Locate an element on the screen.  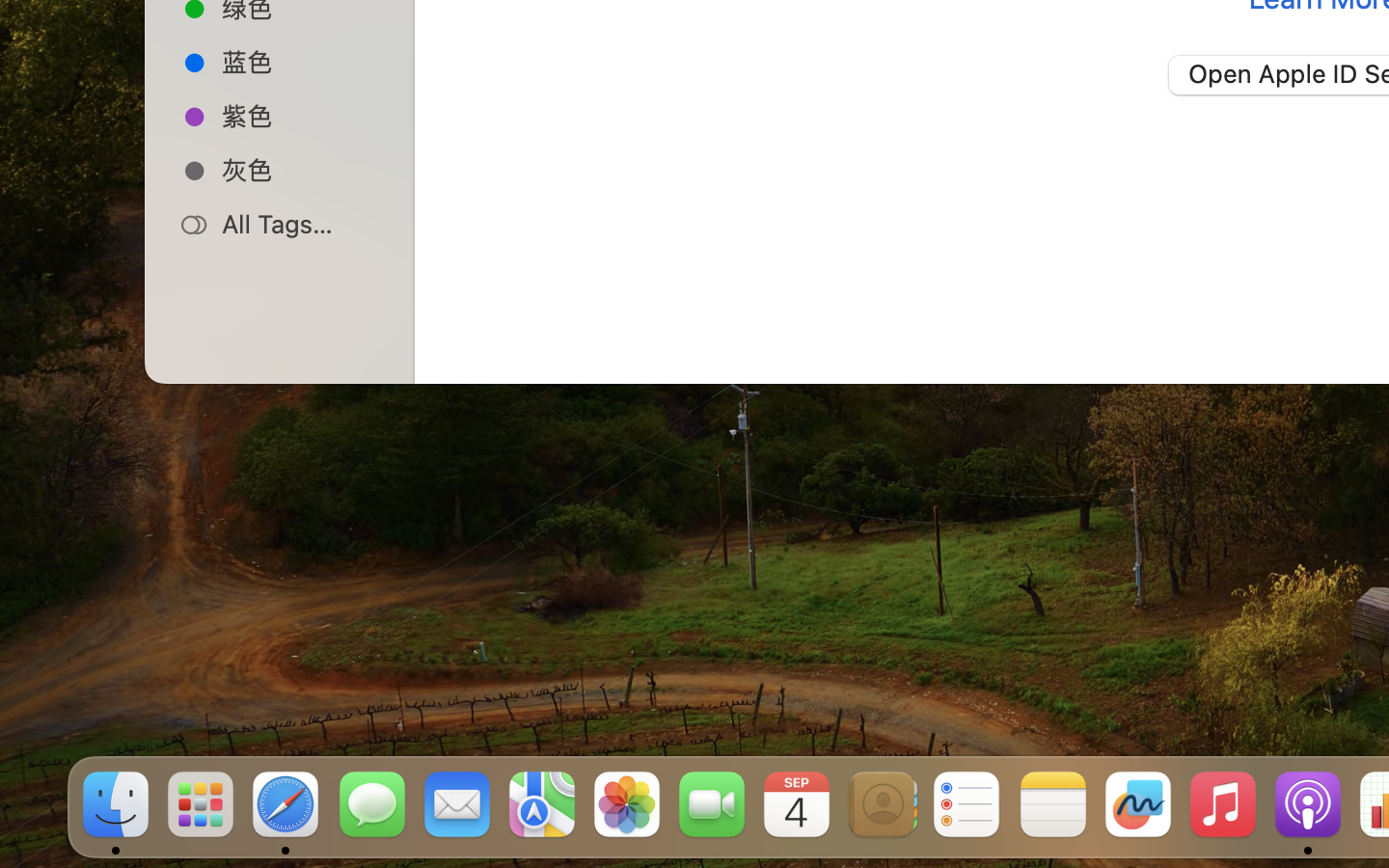
'蓝色' is located at coordinates (300, 60).